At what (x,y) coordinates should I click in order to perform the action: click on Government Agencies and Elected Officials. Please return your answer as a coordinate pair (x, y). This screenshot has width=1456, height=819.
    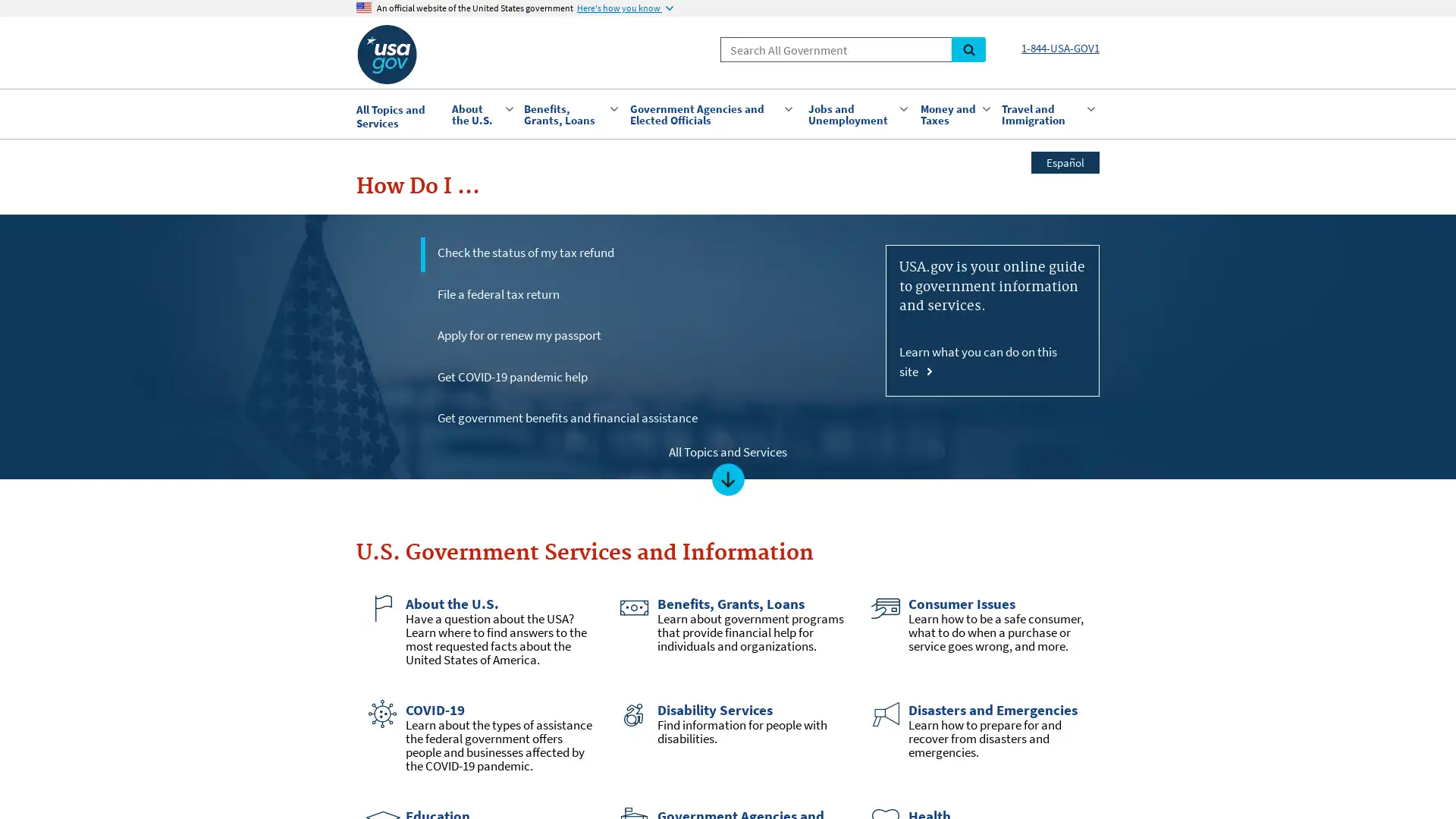
    Looking at the image, I should click on (710, 113).